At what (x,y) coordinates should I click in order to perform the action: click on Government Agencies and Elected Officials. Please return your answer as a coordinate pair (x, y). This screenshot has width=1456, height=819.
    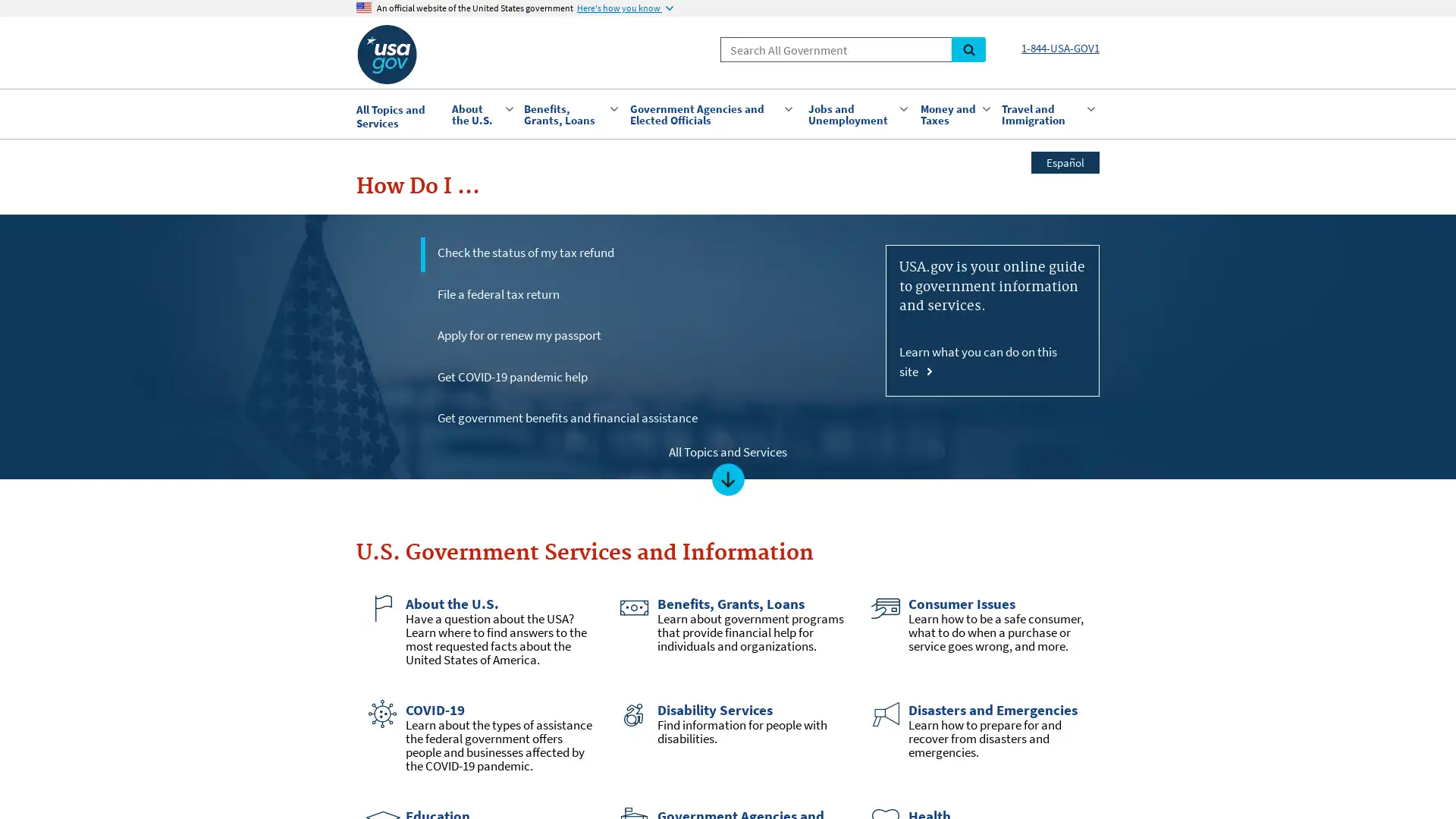
    Looking at the image, I should click on (710, 113).